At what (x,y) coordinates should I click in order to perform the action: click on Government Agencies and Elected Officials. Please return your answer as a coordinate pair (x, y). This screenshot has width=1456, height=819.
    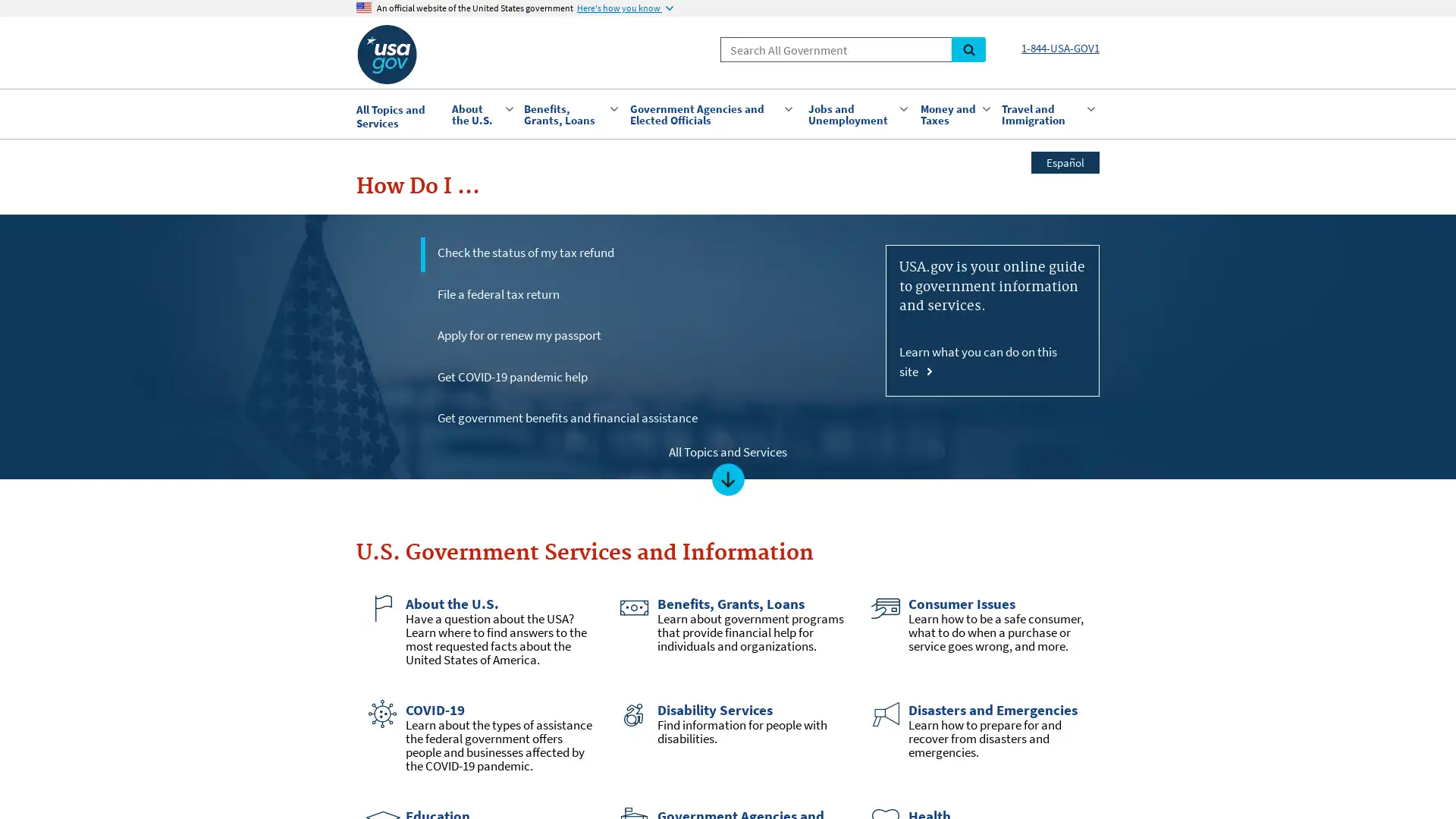
    Looking at the image, I should click on (710, 113).